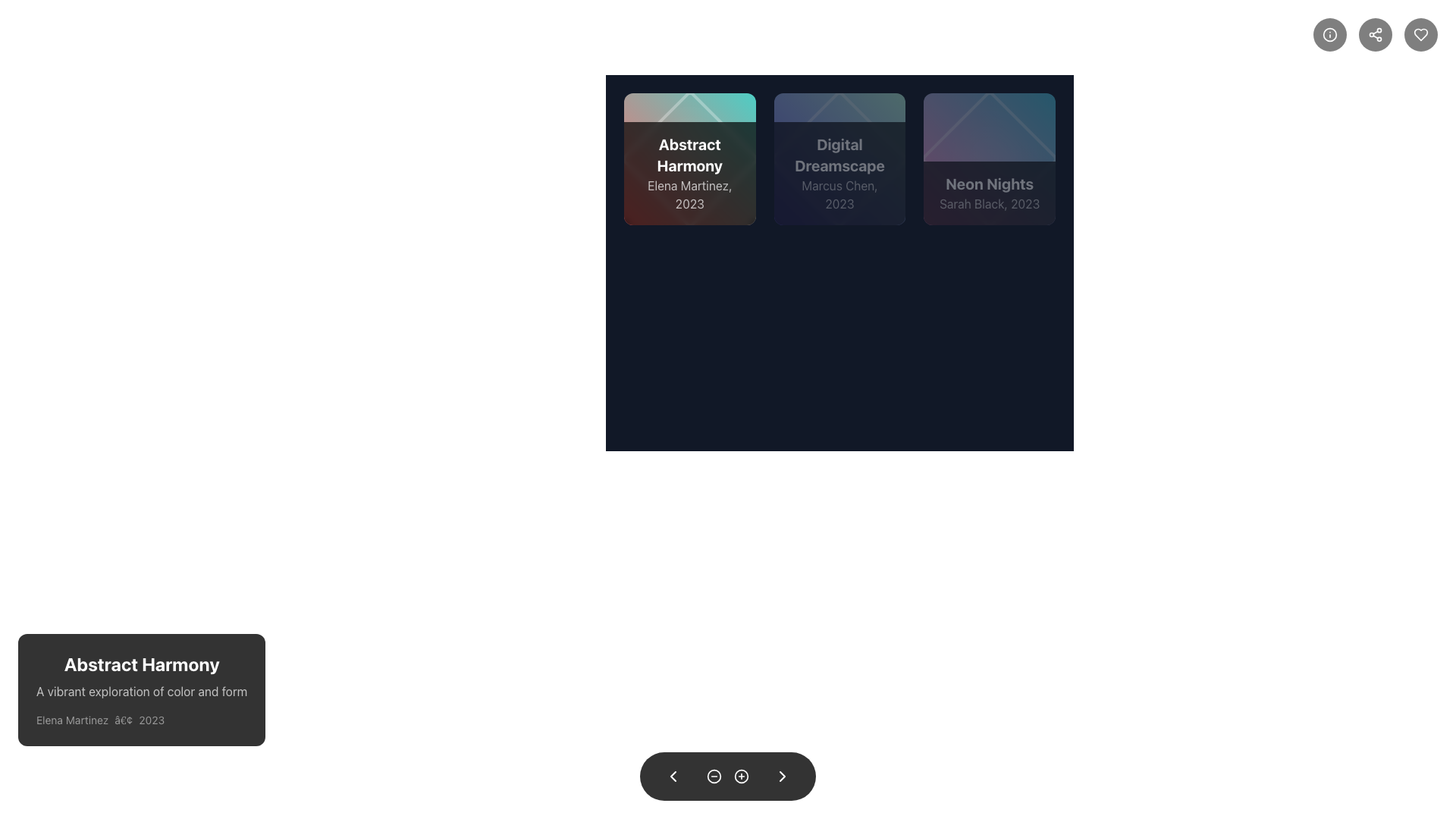  What do you see at coordinates (1420, 34) in the screenshot?
I see `the heart button located at the top-right corner of the interface, which is the third button in a row of similar circular buttons` at bounding box center [1420, 34].